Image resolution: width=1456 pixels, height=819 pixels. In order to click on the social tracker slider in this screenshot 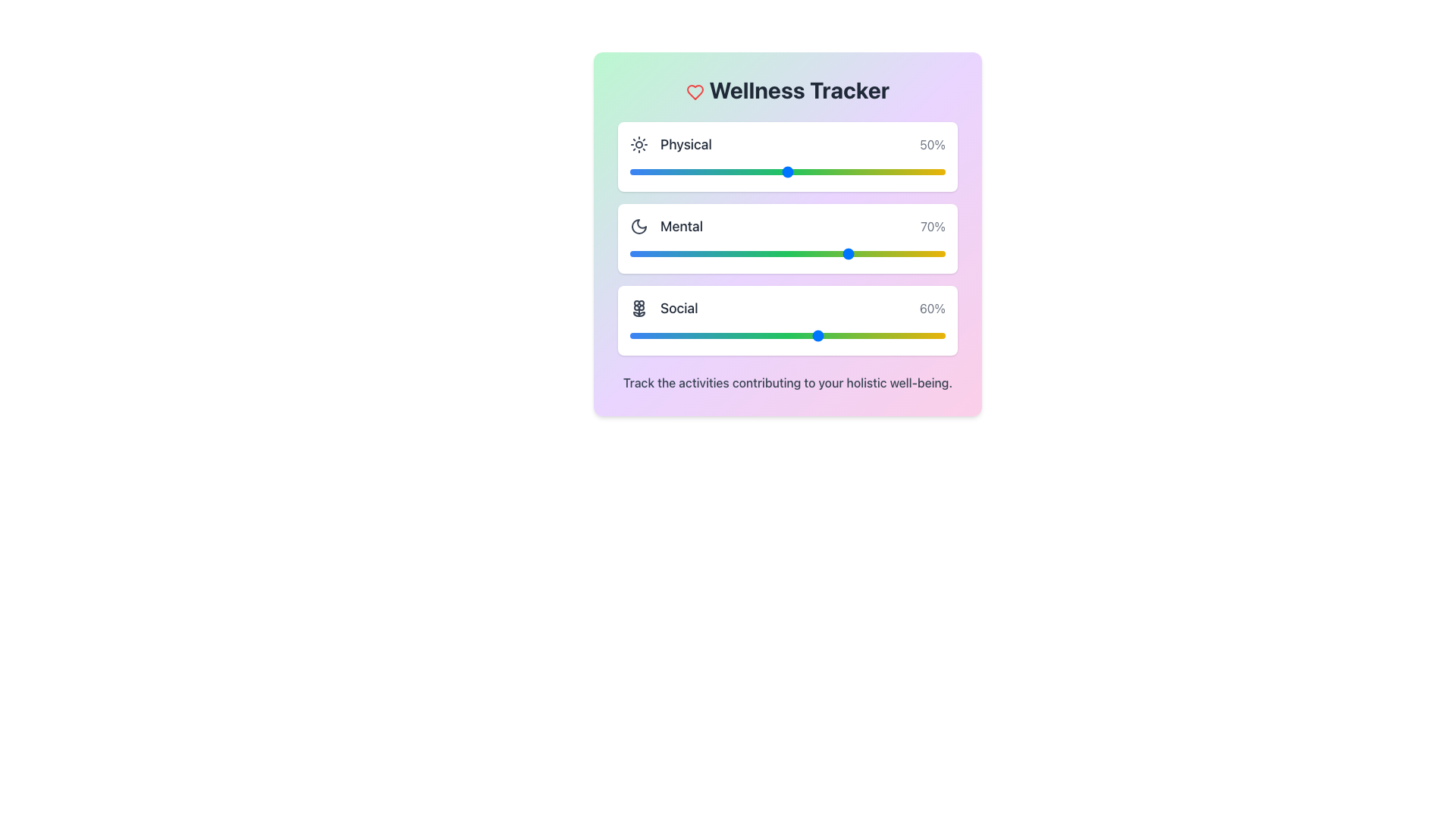, I will do `click(633, 335)`.